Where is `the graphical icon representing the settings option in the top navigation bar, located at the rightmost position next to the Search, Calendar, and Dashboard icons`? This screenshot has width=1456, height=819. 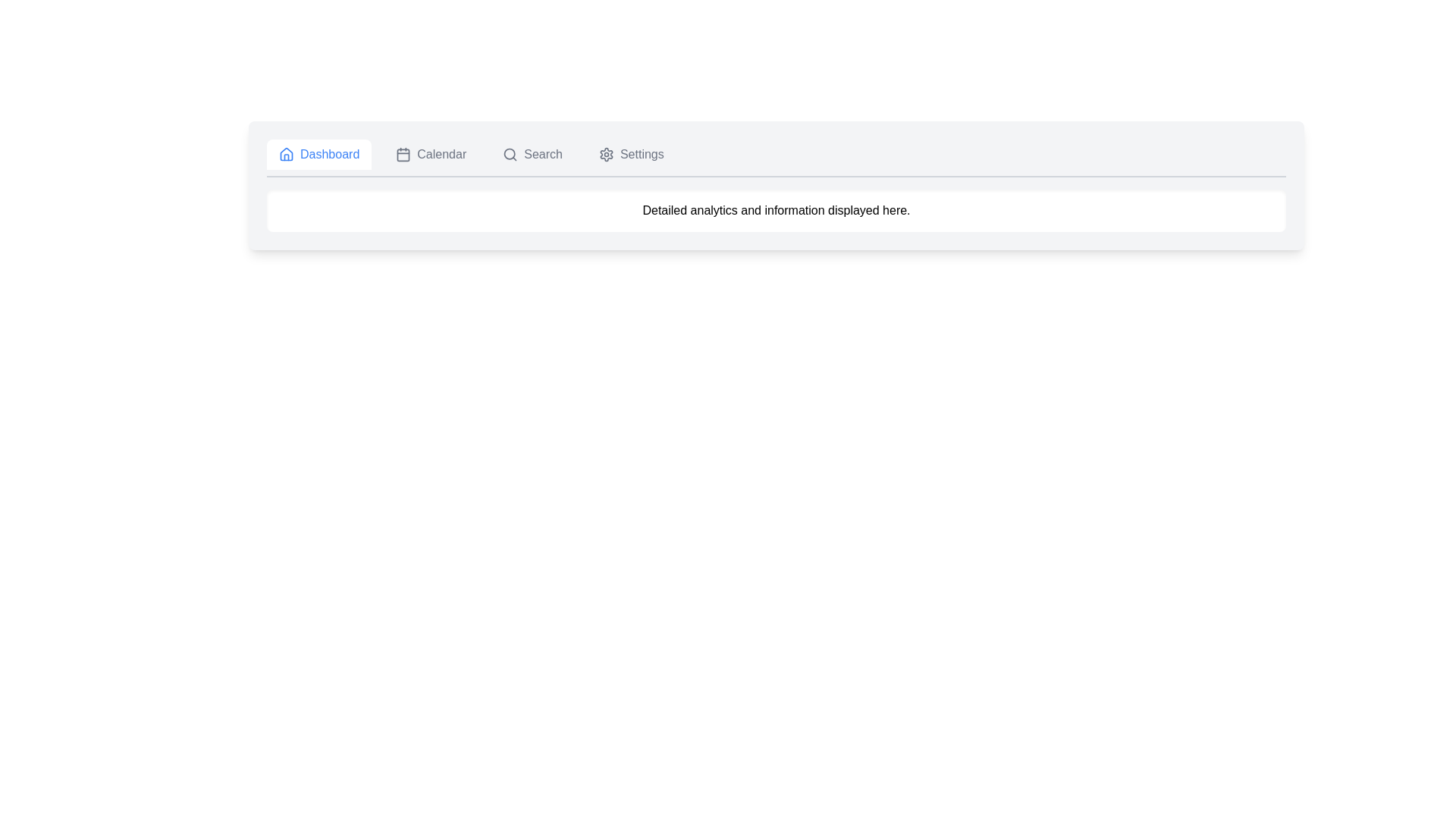 the graphical icon representing the settings option in the top navigation bar, located at the rightmost position next to the Search, Calendar, and Dashboard icons is located at coordinates (605, 155).